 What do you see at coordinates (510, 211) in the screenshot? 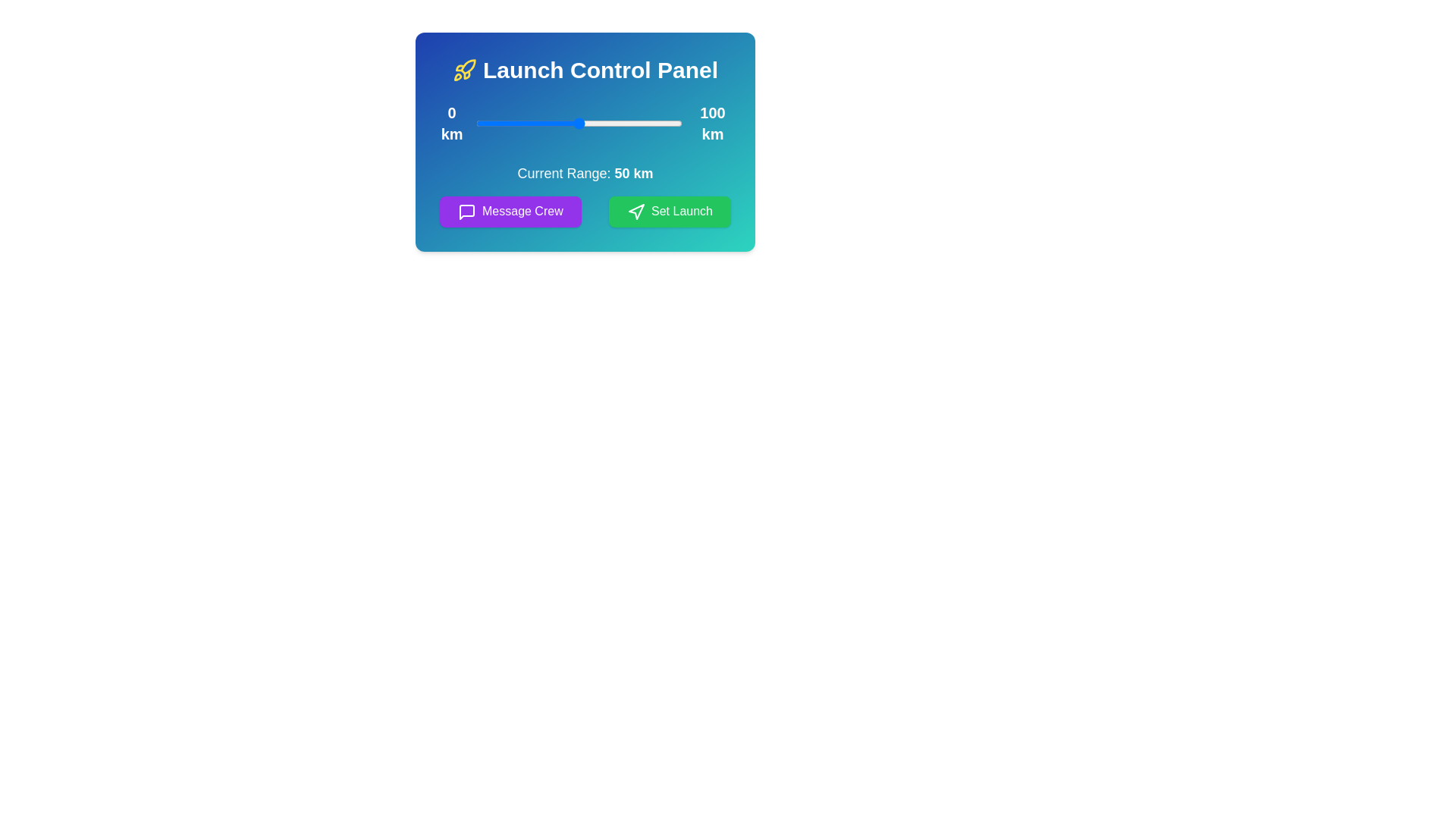
I see `'Message Crew' button to simulate sending a message` at bounding box center [510, 211].